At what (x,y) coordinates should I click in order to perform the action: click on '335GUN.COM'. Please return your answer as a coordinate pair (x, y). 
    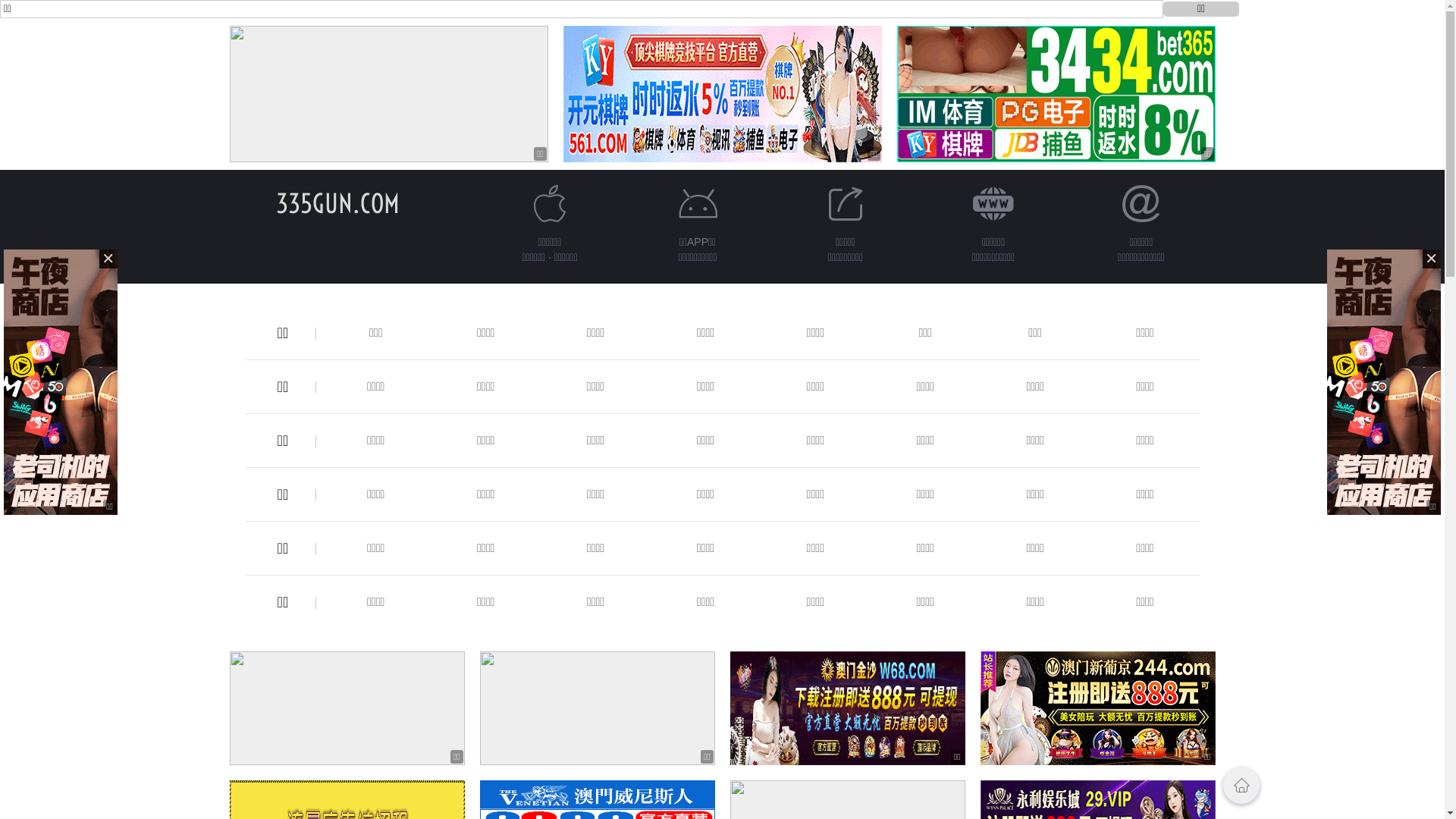
    Looking at the image, I should click on (337, 202).